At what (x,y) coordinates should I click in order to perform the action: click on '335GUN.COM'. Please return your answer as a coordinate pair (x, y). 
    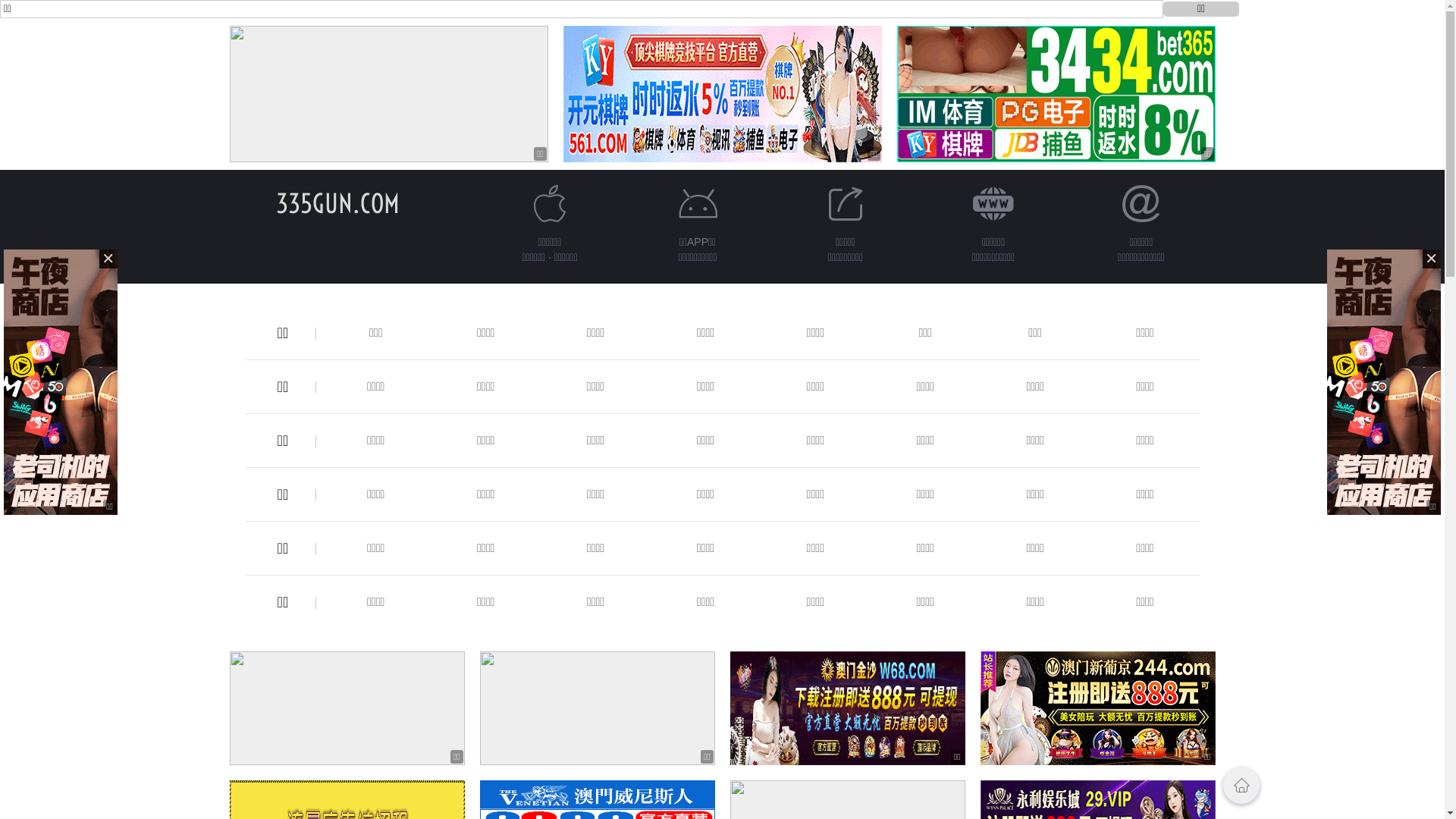
    Looking at the image, I should click on (337, 202).